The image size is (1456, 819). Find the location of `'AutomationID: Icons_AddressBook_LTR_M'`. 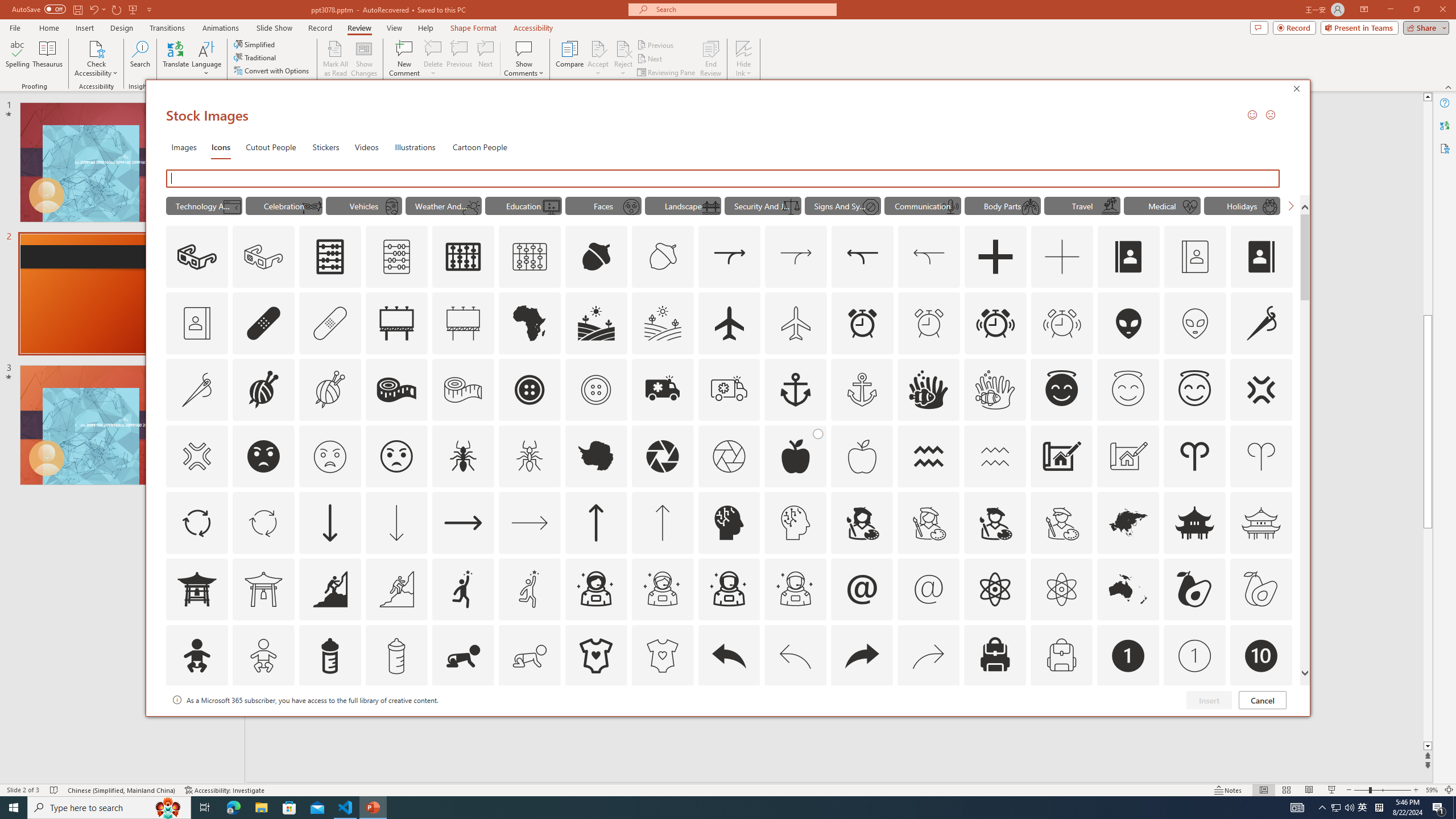

'AutomationID: Icons_AddressBook_LTR_M' is located at coordinates (1194, 257).